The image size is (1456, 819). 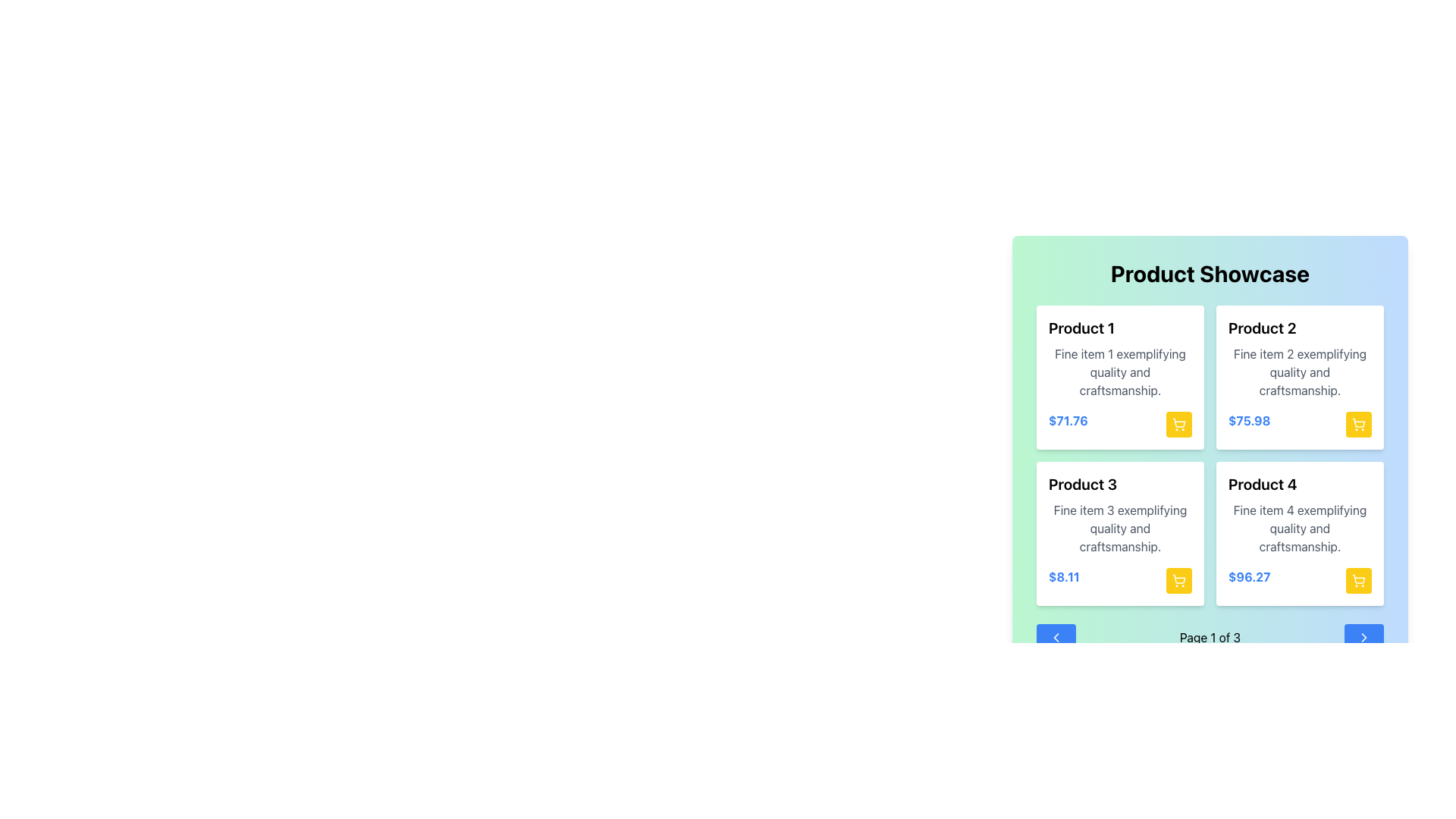 What do you see at coordinates (1299, 424) in the screenshot?
I see `the price display showing '$75.98' in bold, blue text located in the bottom-right area of the card labeled 'Product 2'` at bounding box center [1299, 424].